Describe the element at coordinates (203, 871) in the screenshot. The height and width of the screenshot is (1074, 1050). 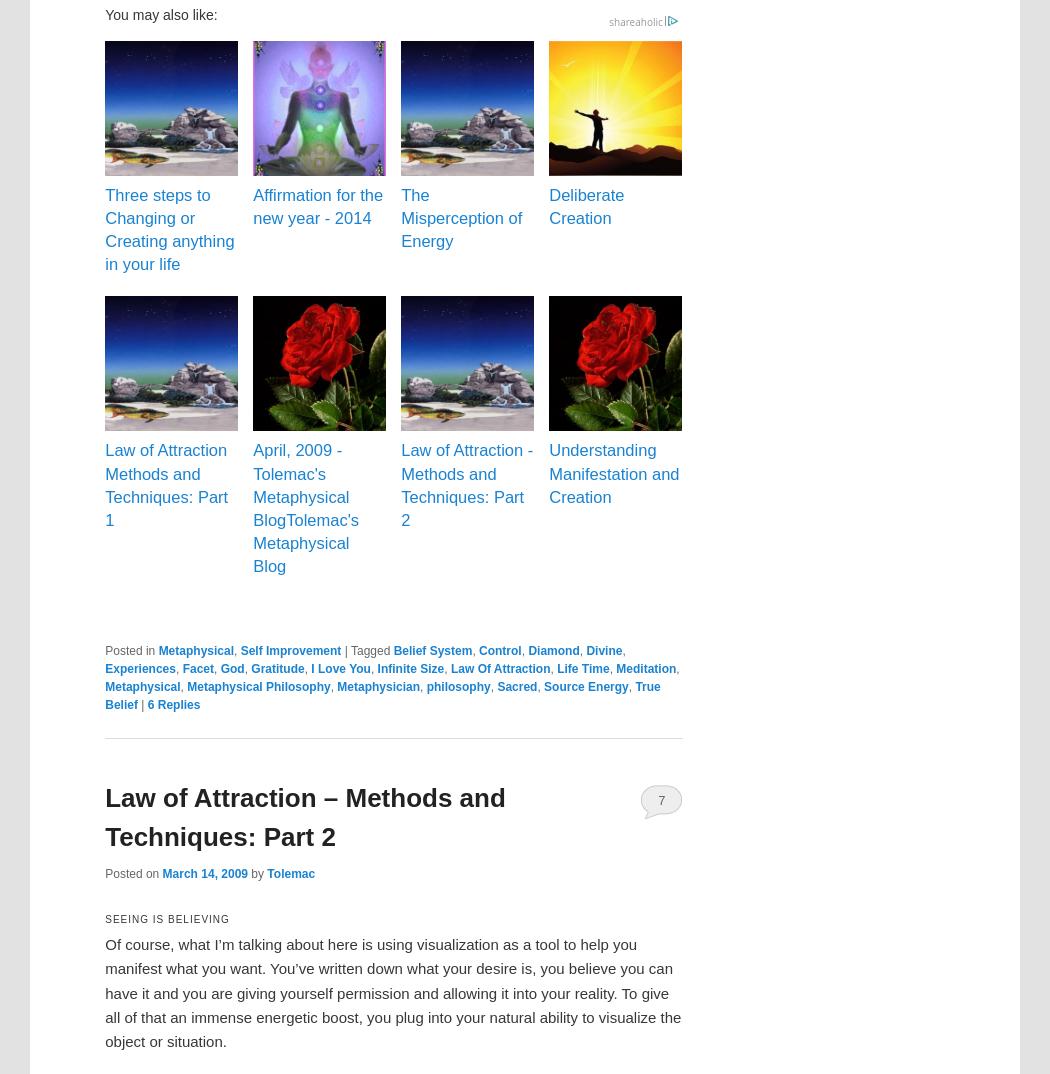
I see `'March 14, 2009'` at that location.